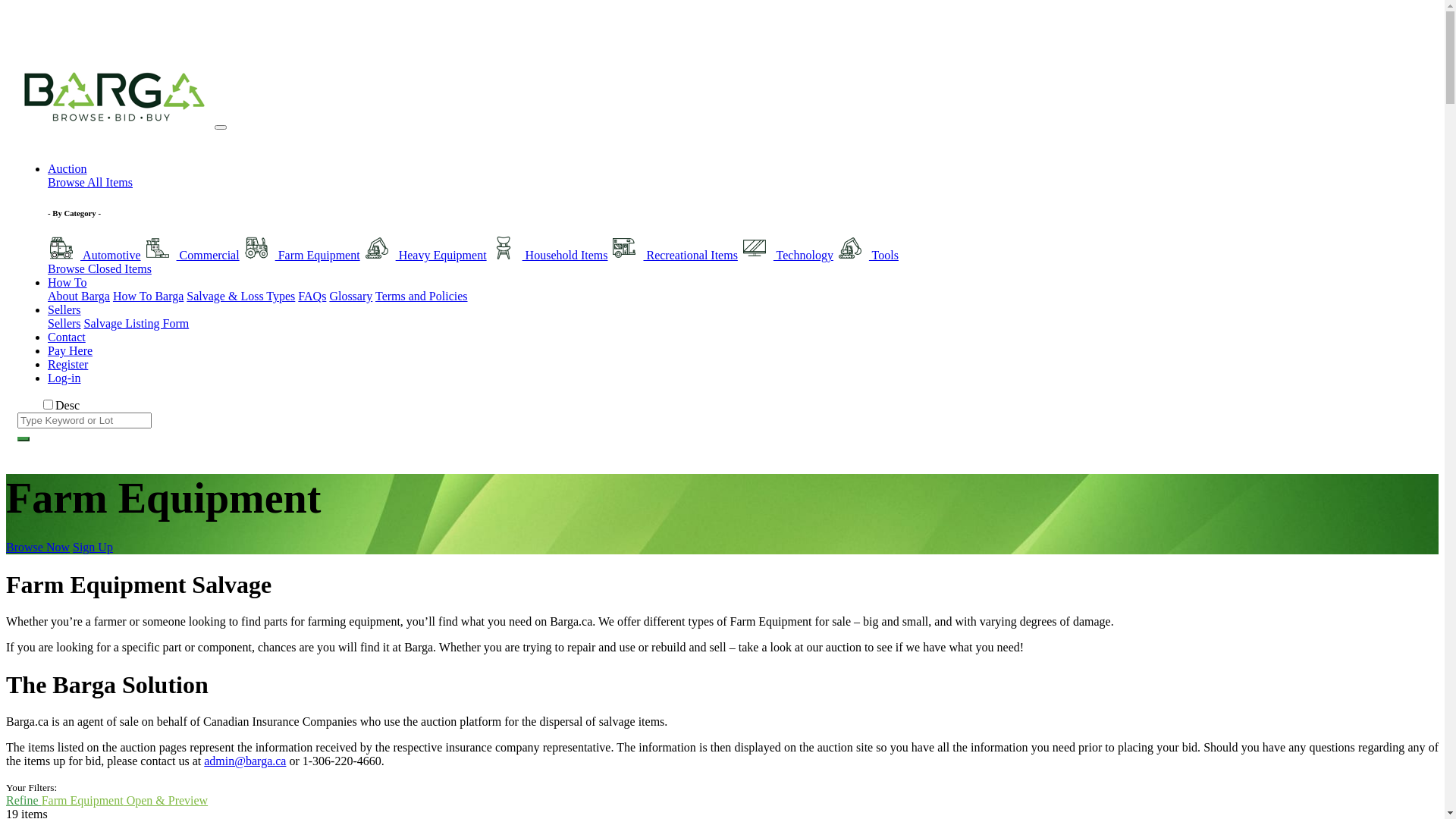  Describe the element at coordinates (673, 254) in the screenshot. I see `'Recreational Items'` at that location.